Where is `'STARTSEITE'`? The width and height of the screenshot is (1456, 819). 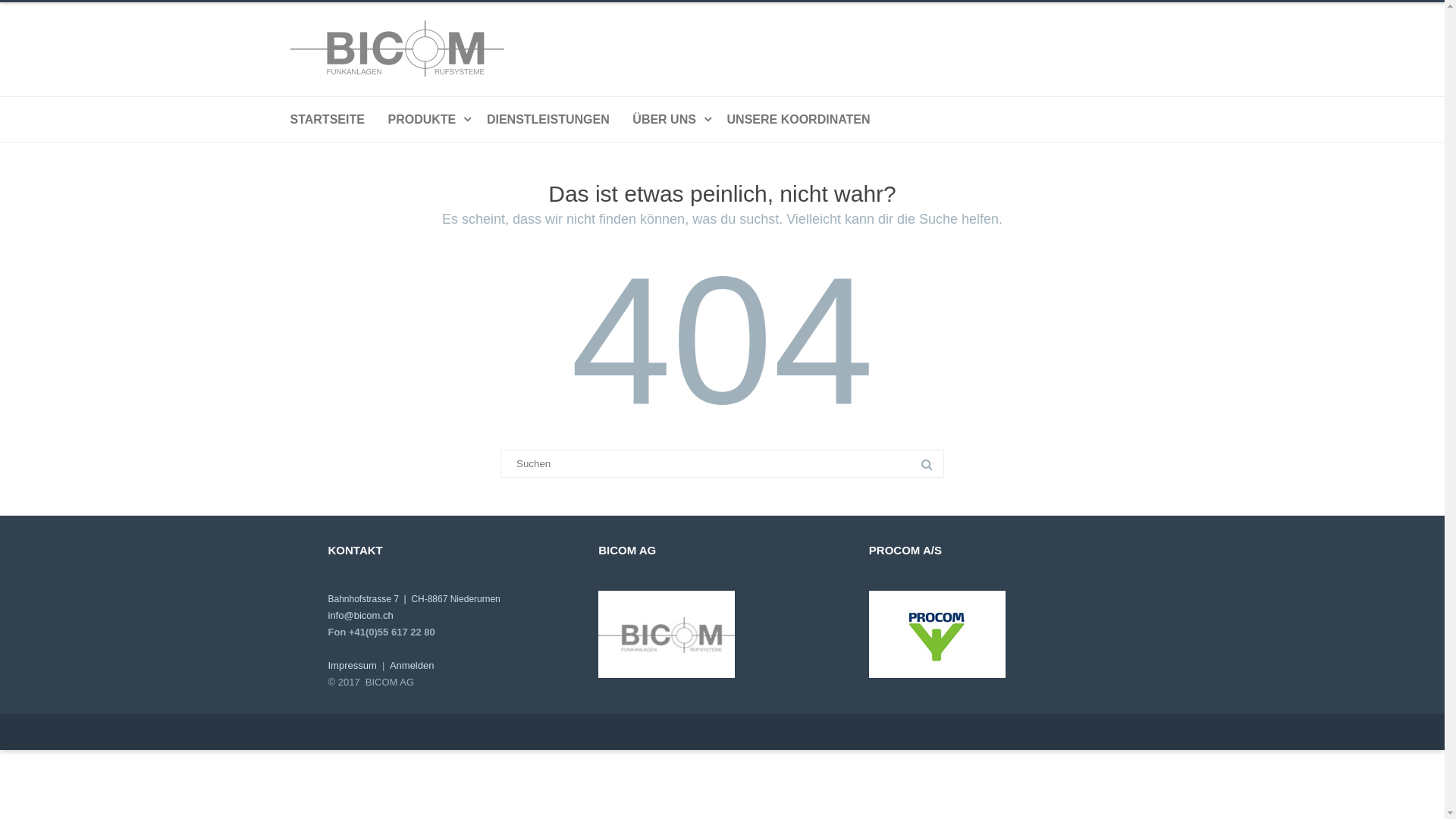
'STARTSEITE' is located at coordinates (326, 118).